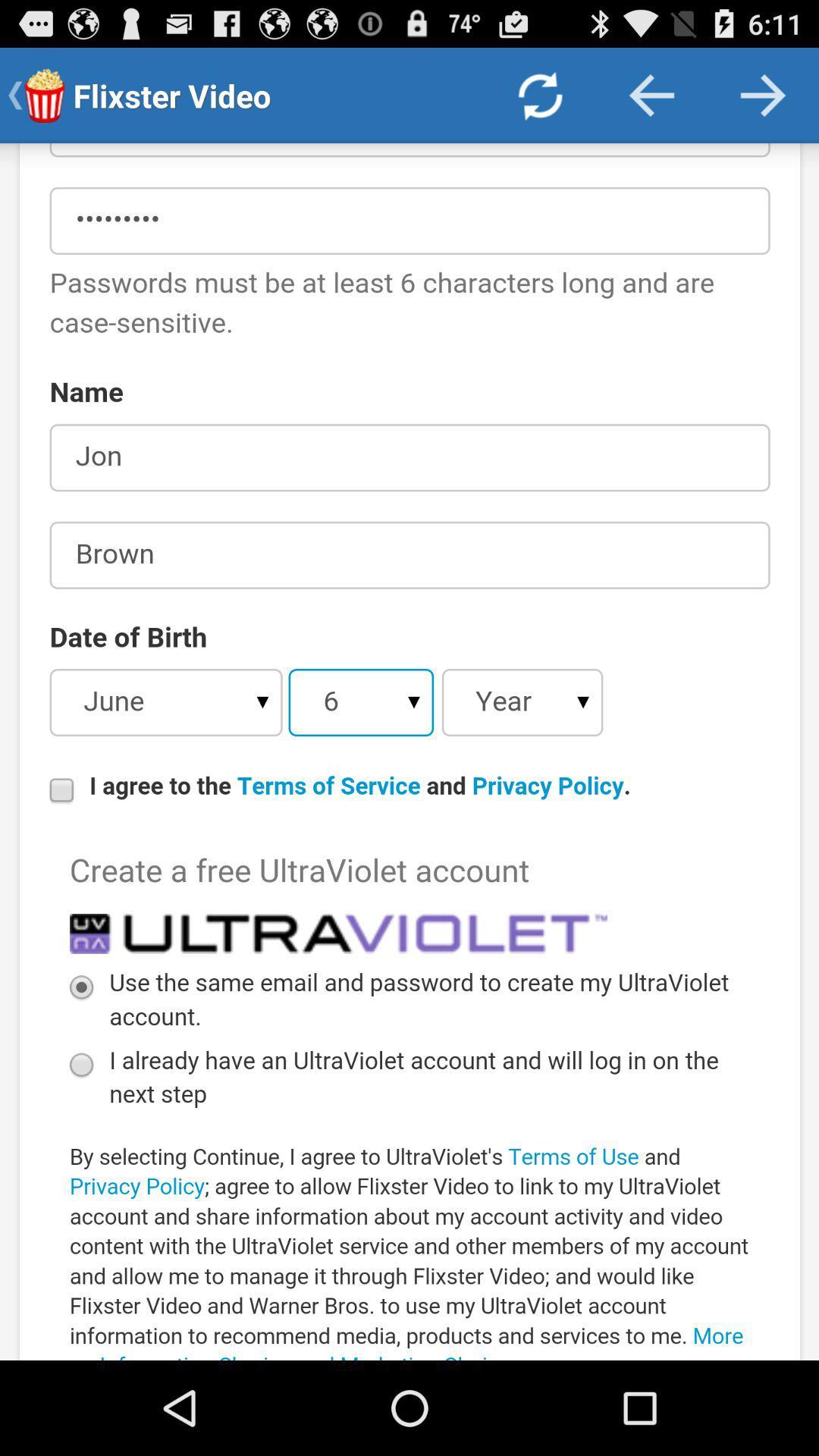 This screenshot has height=1456, width=819. I want to click on registration information, so click(409, 752).